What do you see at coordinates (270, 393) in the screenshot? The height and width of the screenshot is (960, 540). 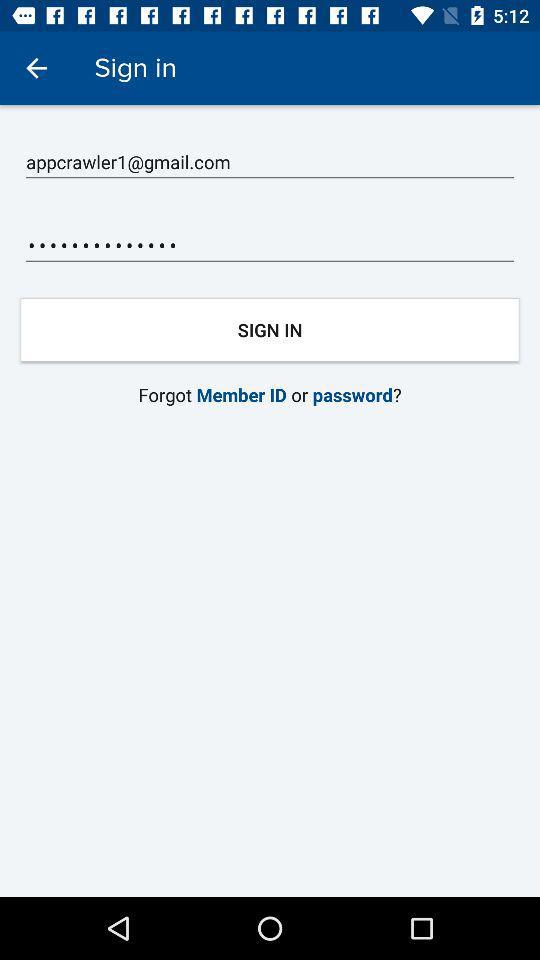 I see `forgot member id item` at bounding box center [270, 393].